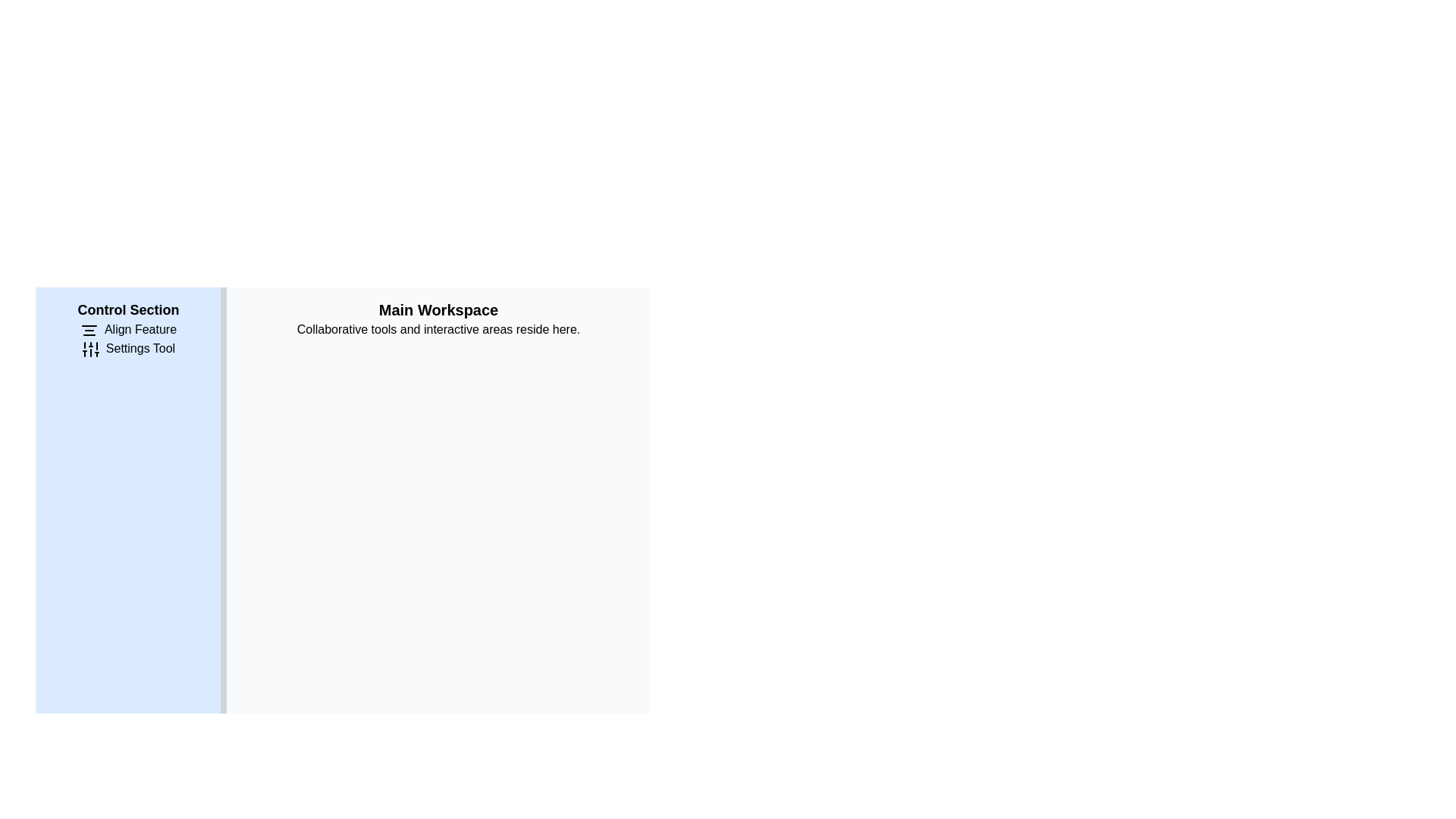  I want to click on the static text element that reads 'Collaborative tools and interactive areas reside here.' located below the 'Main Workspace' header, so click(438, 329).